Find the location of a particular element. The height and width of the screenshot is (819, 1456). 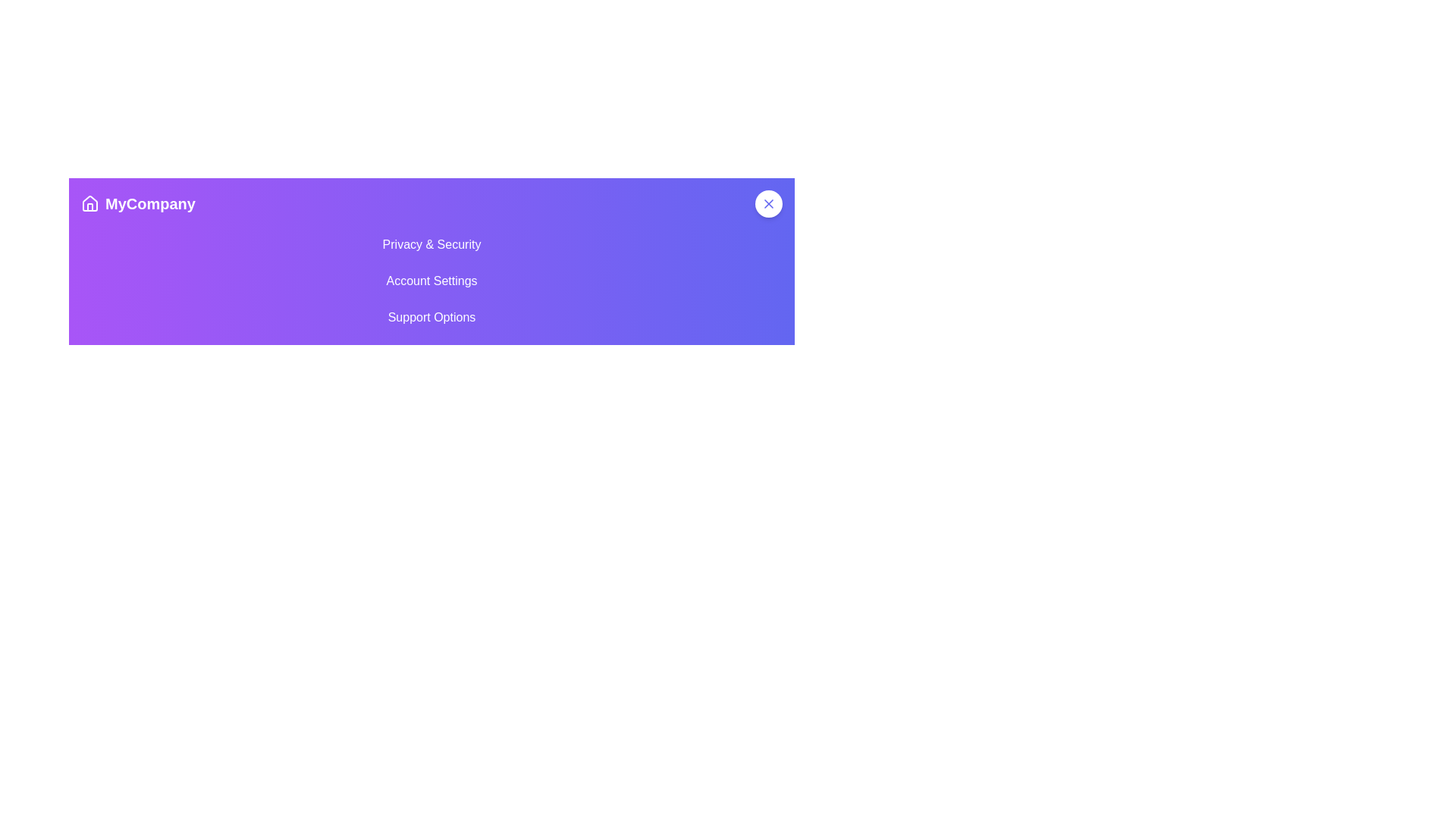

the close icon located in the top-right corner of the purple rectangular section that contains the company name and menu options is located at coordinates (768, 203).